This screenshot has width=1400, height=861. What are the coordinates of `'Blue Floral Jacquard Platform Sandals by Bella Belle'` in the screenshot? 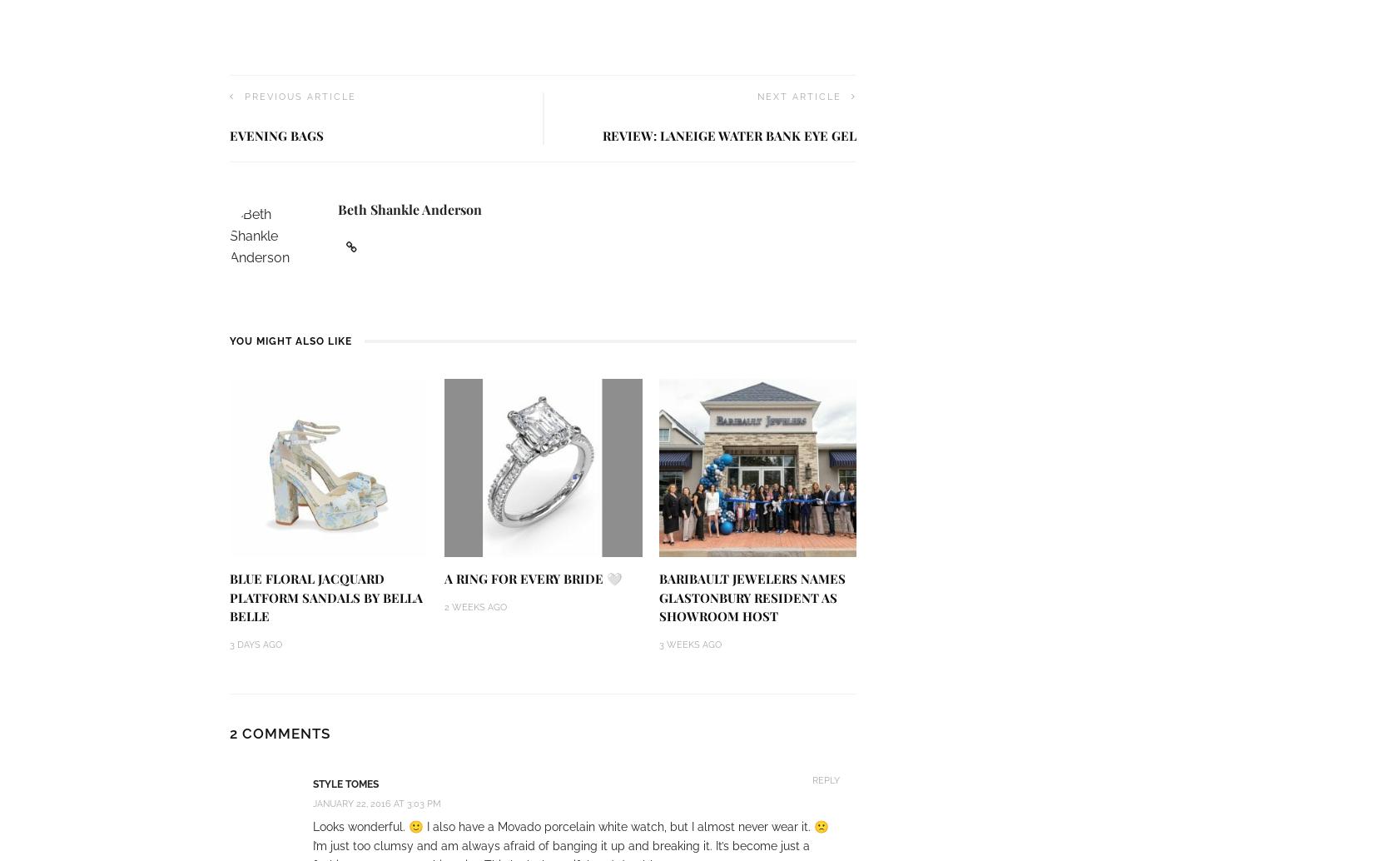 It's located at (325, 597).